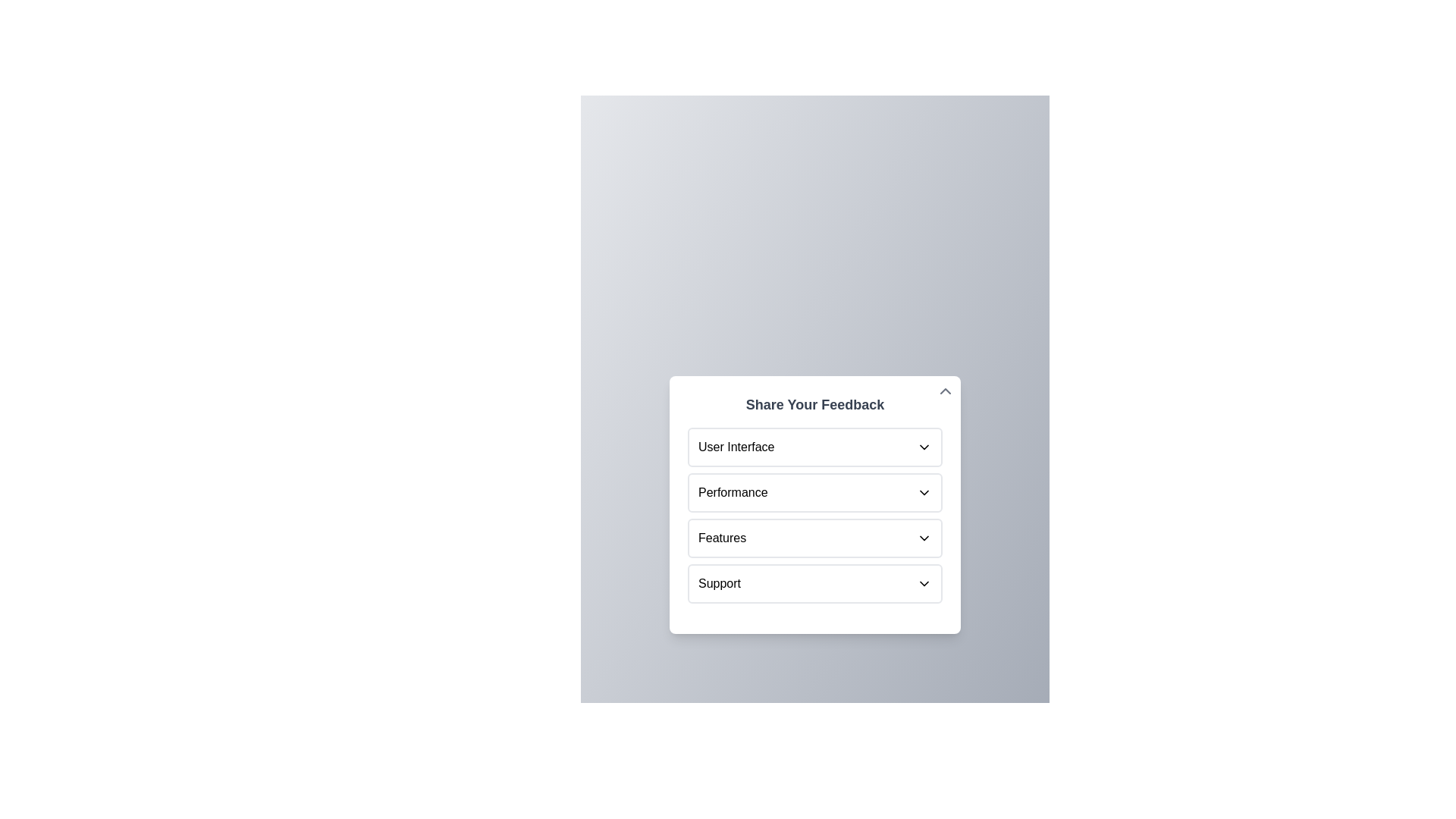 The image size is (1456, 819). Describe the element at coordinates (924, 583) in the screenshot. I see `the downward-pointing chevron icon located within the 'Support' option in the feedback section` at that location.